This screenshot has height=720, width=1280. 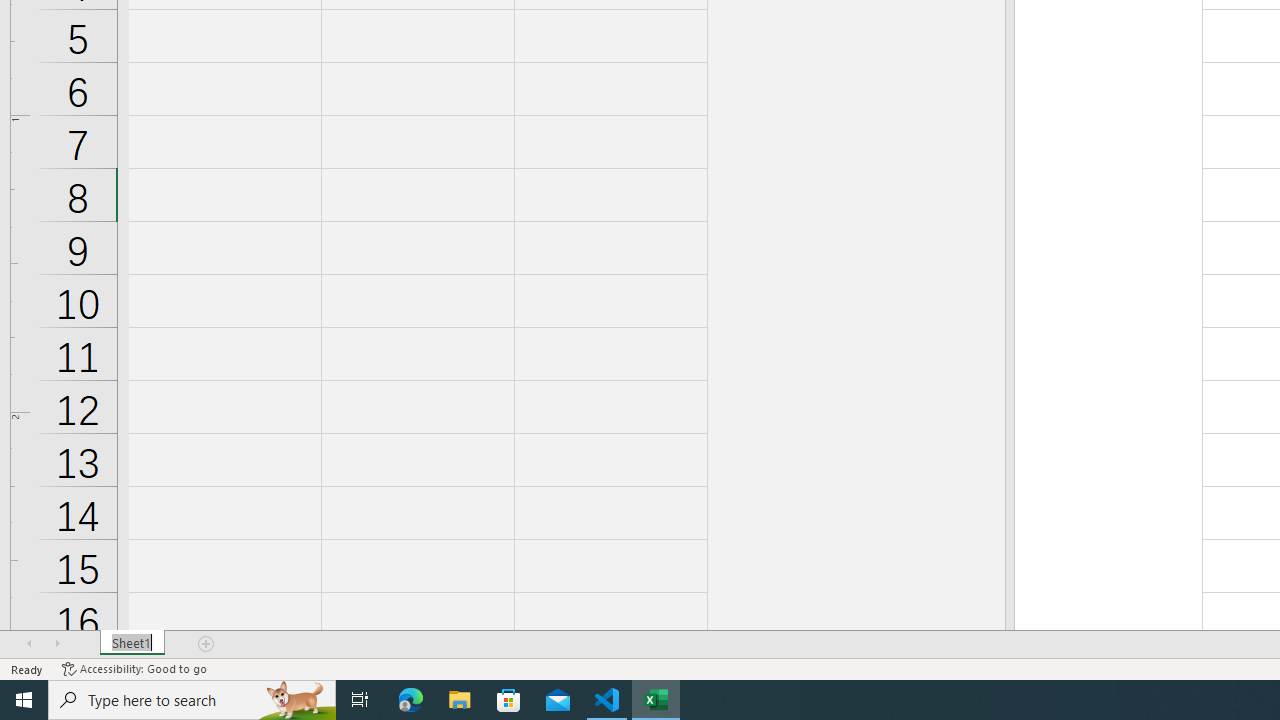 I want to click on 'Add Sheet', so click(x=207, y=644).